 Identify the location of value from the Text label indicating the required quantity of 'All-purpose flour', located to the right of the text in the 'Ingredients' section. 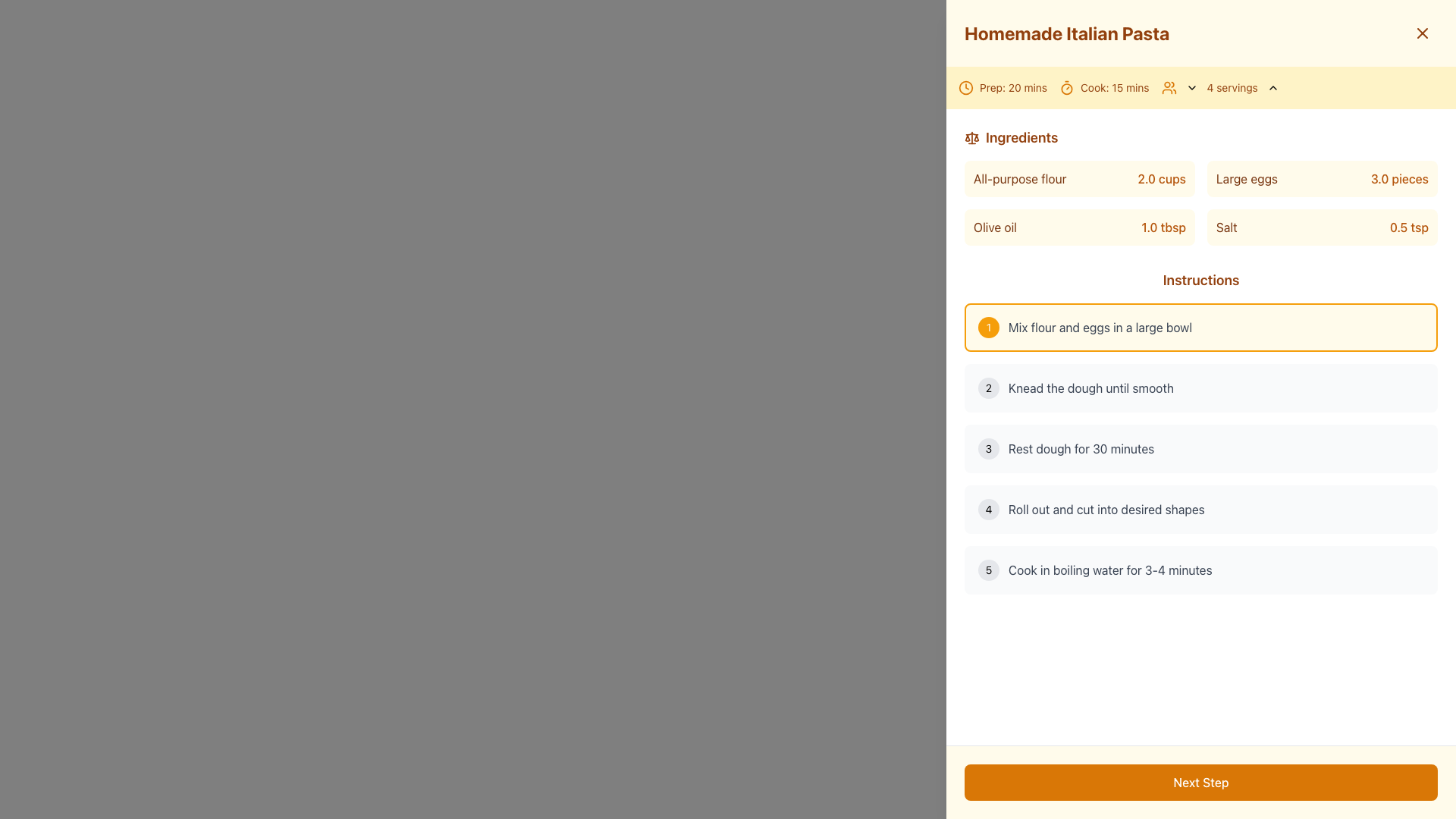
(1161, 177).